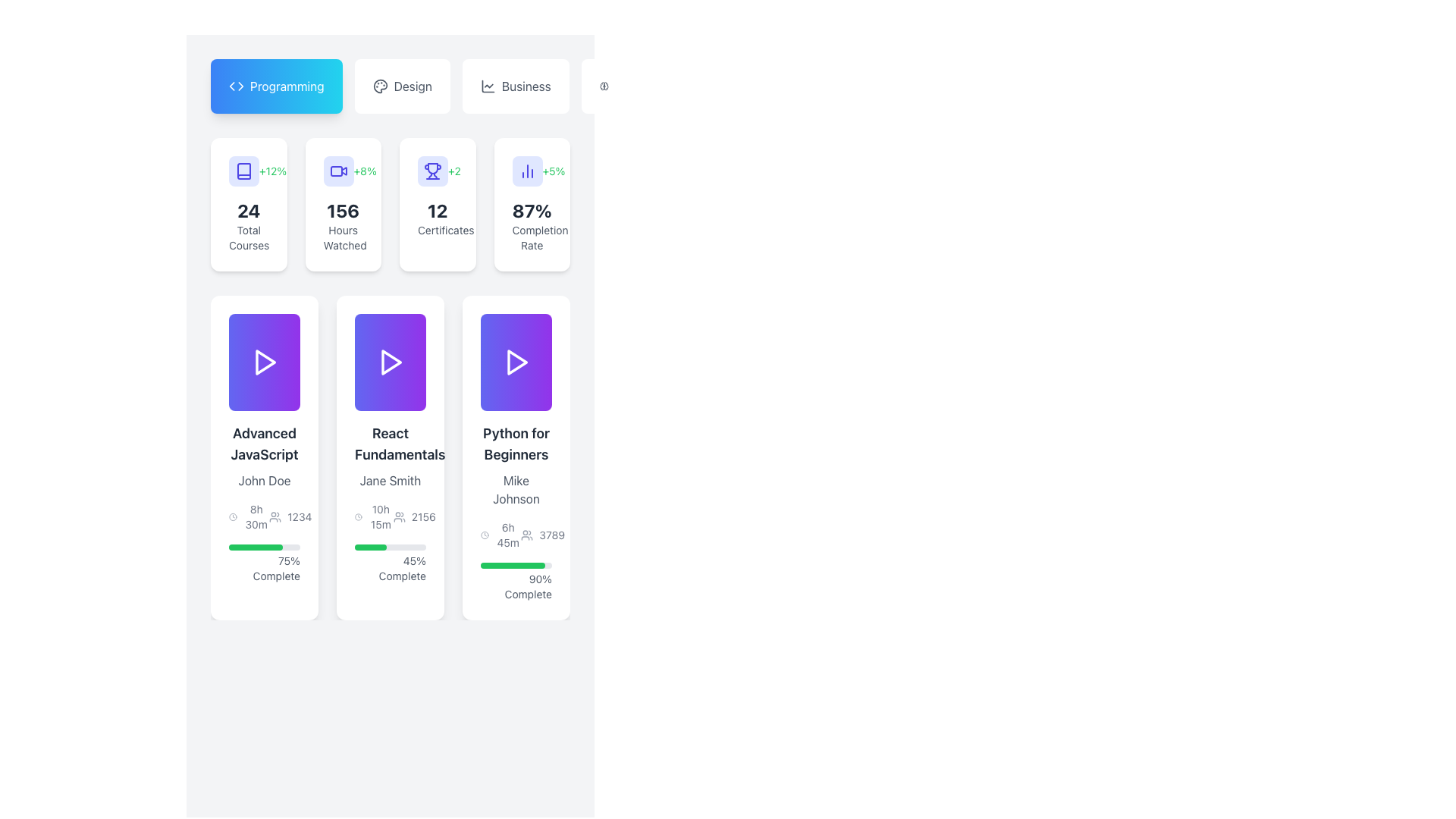  I want to click on the progress bar located below the 'Python for Beginners' text and above the '90% Complete' label, which is styled as a rounded rectangular bar with a gray background and a green filled portion, so click(516, 565).